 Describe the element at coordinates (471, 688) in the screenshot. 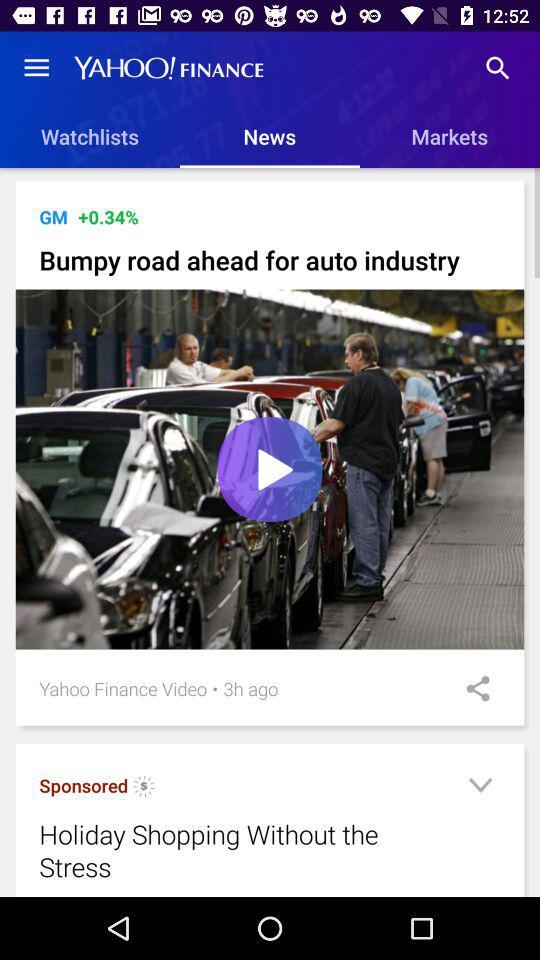

I see `item to the right of the 3h ago icon` at that location.